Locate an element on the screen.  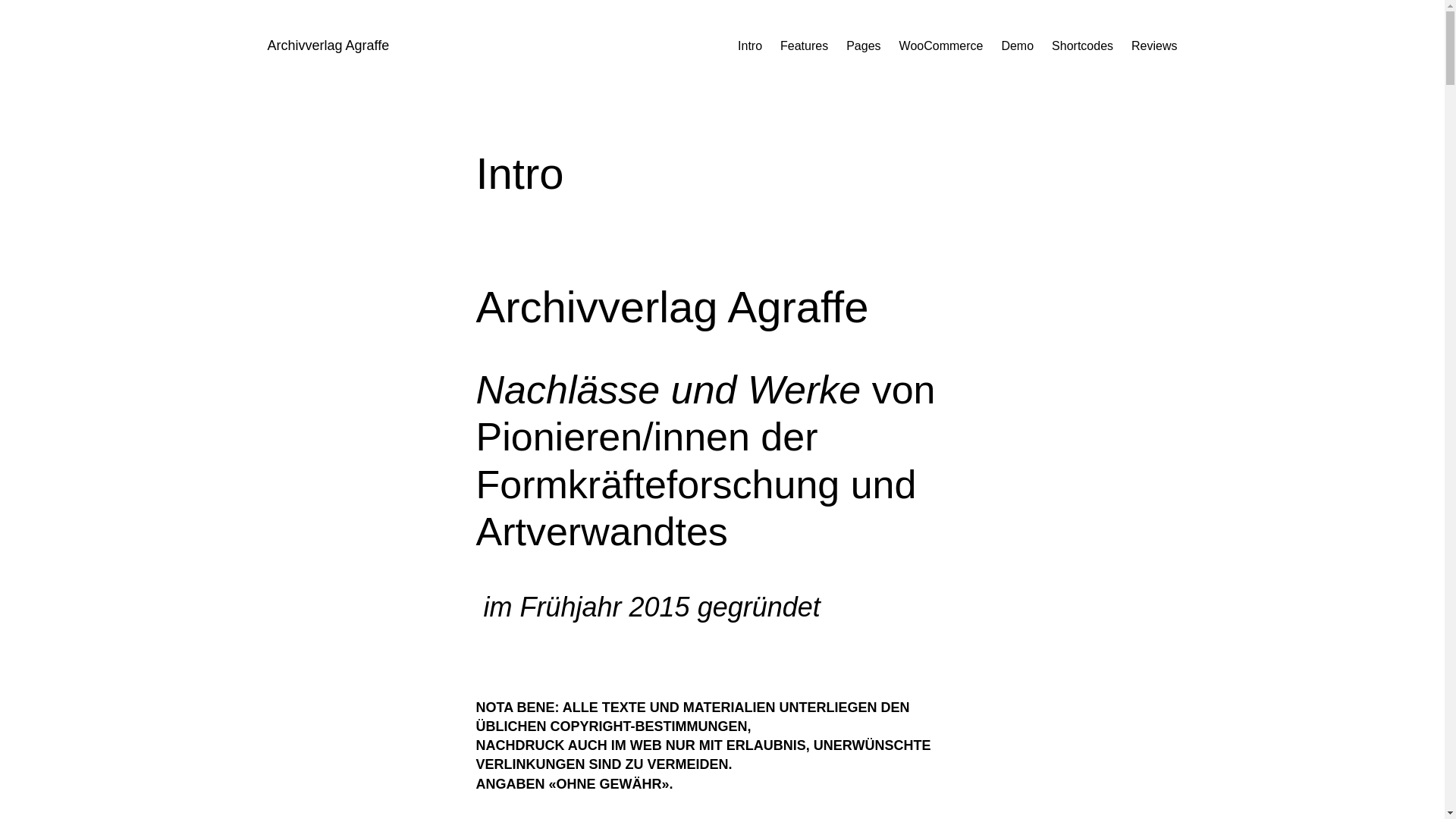
'Archivverlag Agraffe' is located at coordinates (266, 45).